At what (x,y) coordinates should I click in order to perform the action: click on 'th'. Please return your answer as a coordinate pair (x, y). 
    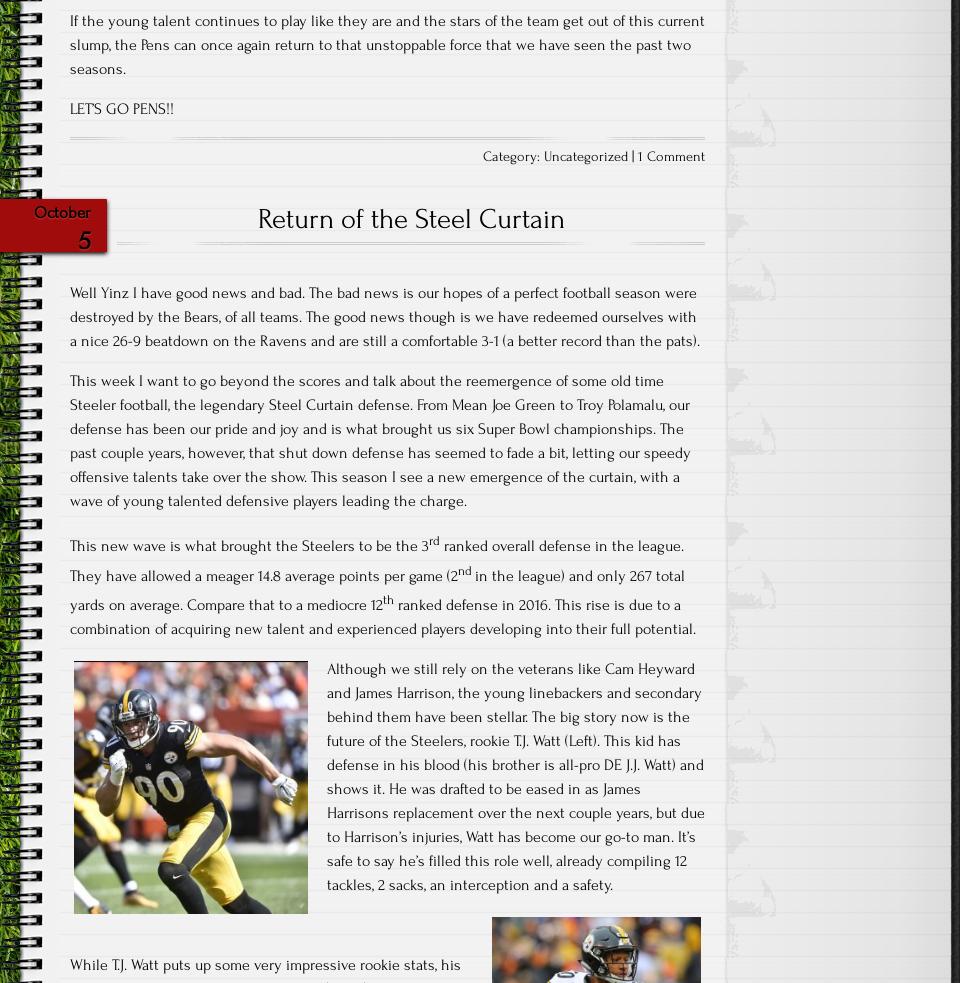
    Looking at the image, I should click on (387, 599).